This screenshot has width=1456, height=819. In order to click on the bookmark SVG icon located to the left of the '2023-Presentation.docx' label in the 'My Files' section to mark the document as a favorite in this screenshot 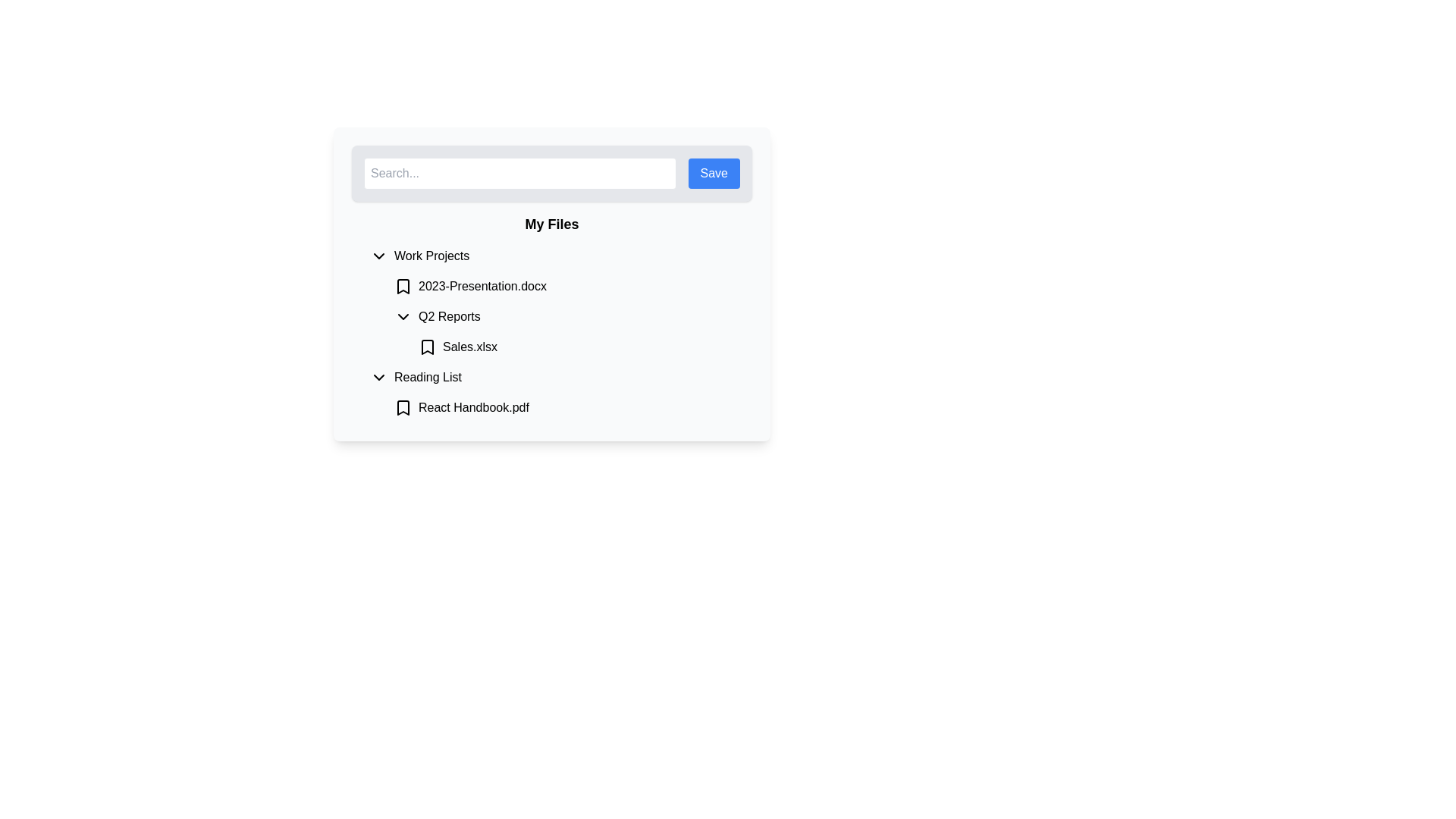, I will do `click(403, 287)`.